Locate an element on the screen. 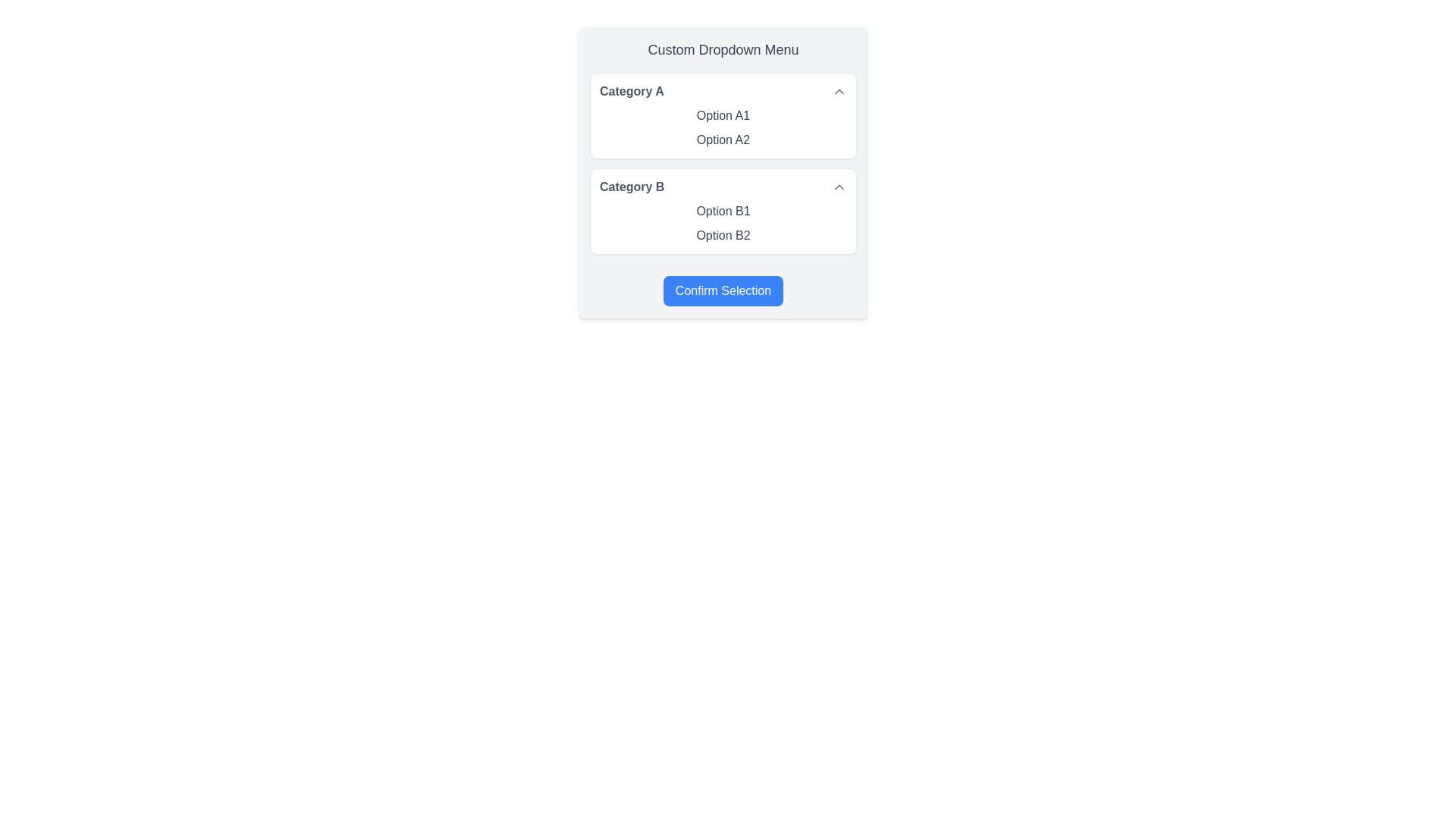 The image size is (1456, 819). the 'Confirm Selection' button, which is a rectangular button with rounded corners, blue background, and white bold text, located at the bottom of the dropdown menu interface is located at coordinates (723, 291).